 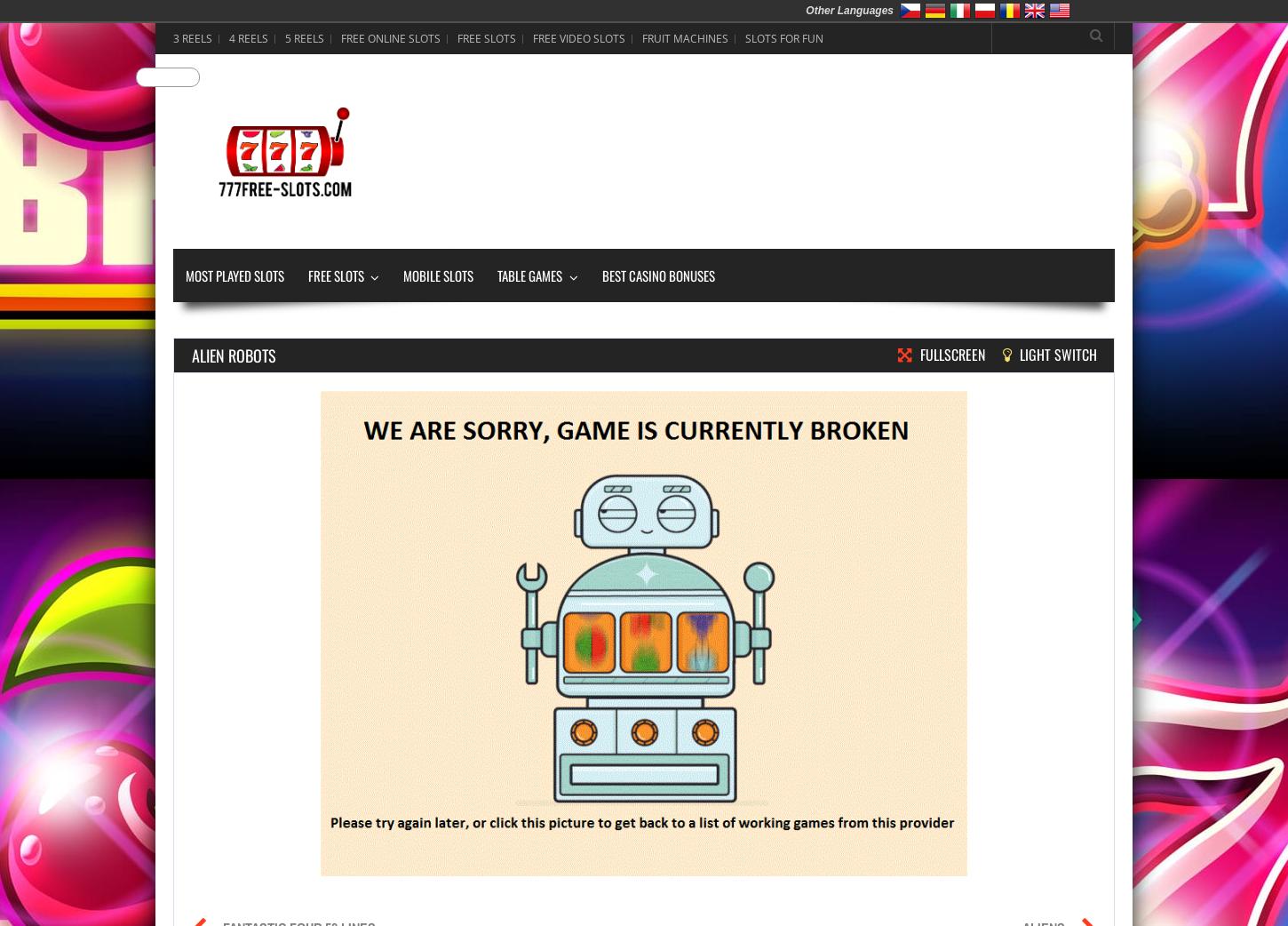 What do you see at coordinates (1055, 353) in the screenshot?
I see `'Light Switch'` at bounding box center [1055, 353].